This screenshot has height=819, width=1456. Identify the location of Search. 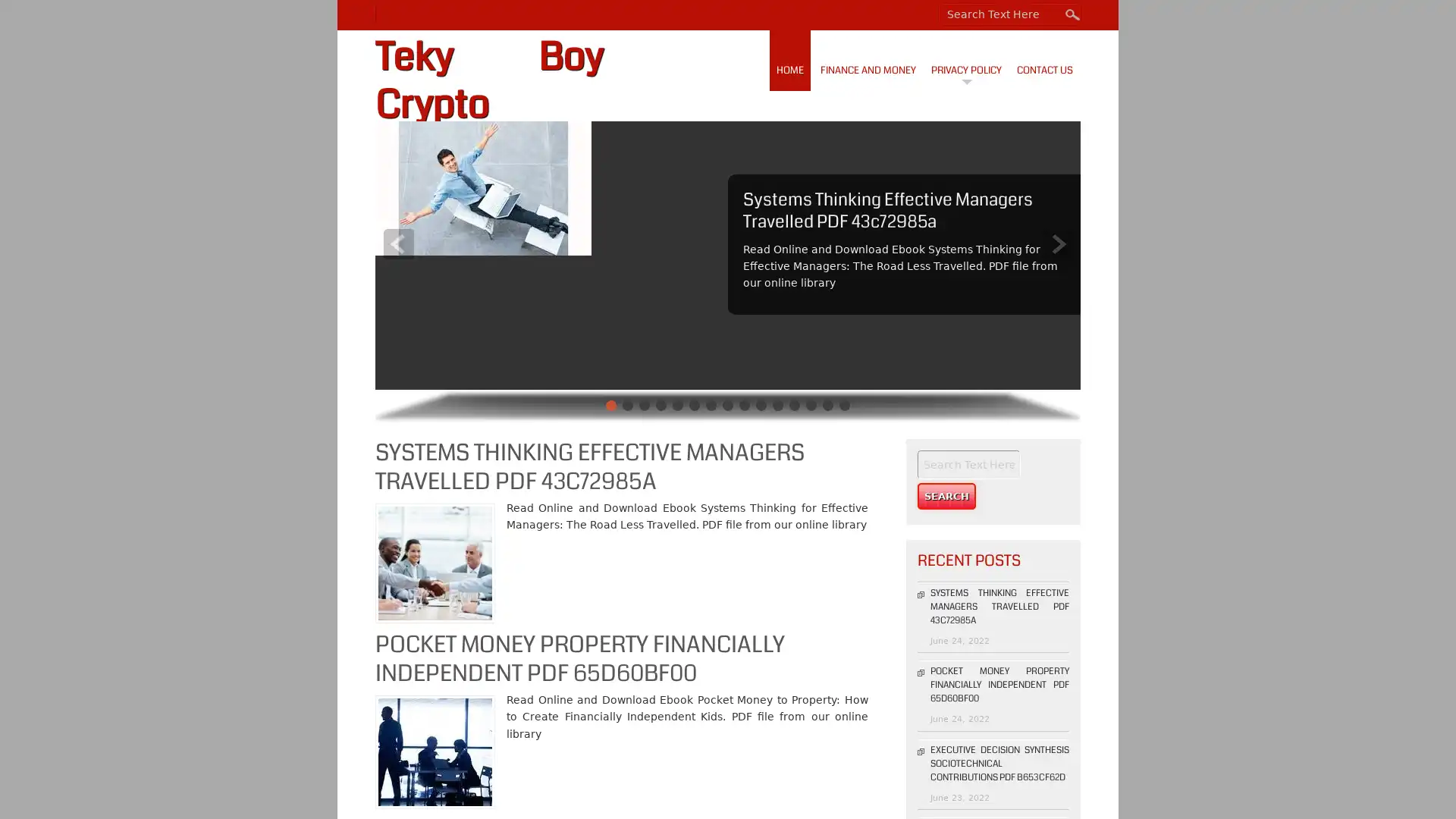
(946, 496).